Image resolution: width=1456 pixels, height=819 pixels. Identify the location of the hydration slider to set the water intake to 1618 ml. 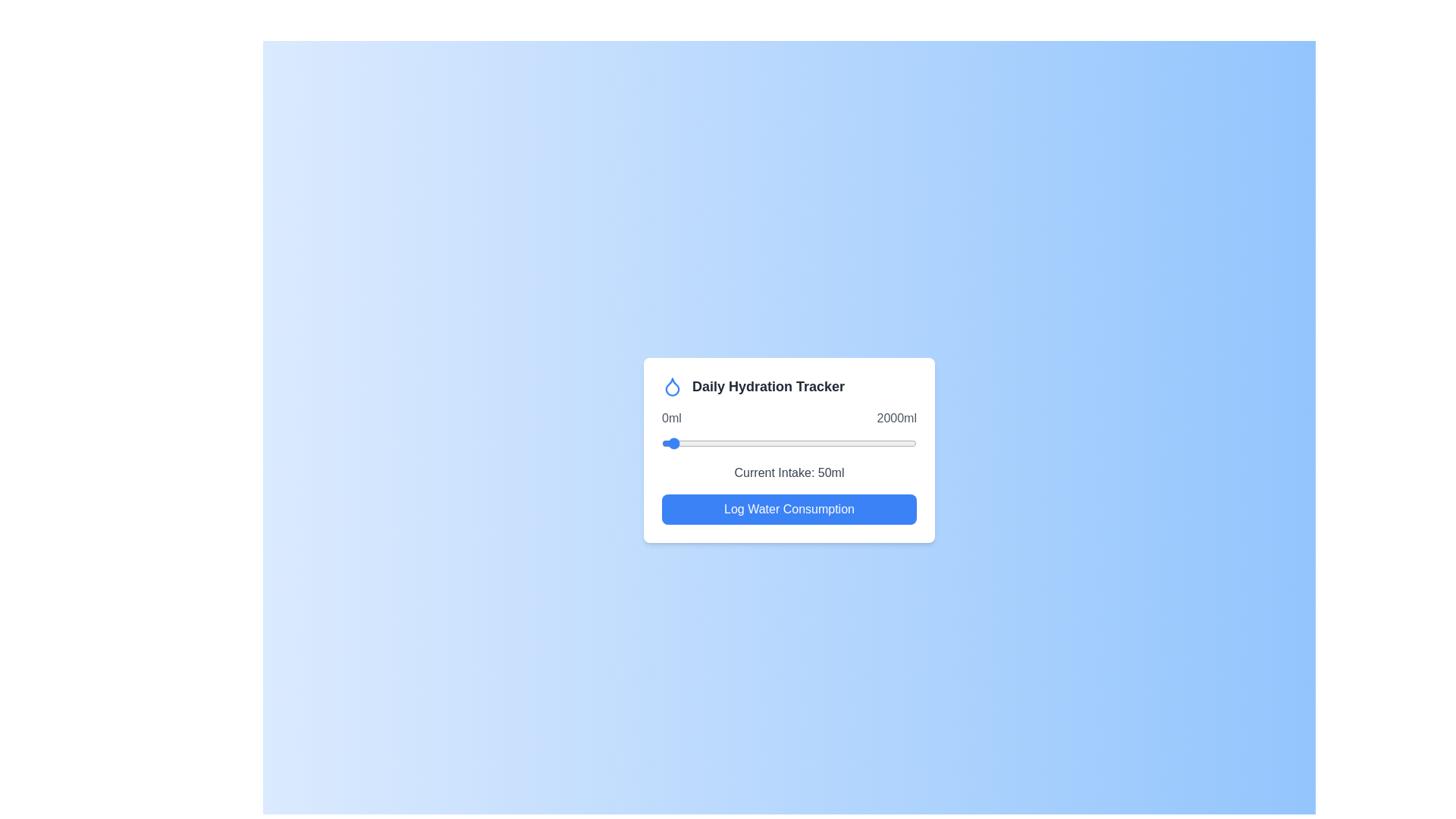
(868, 444).